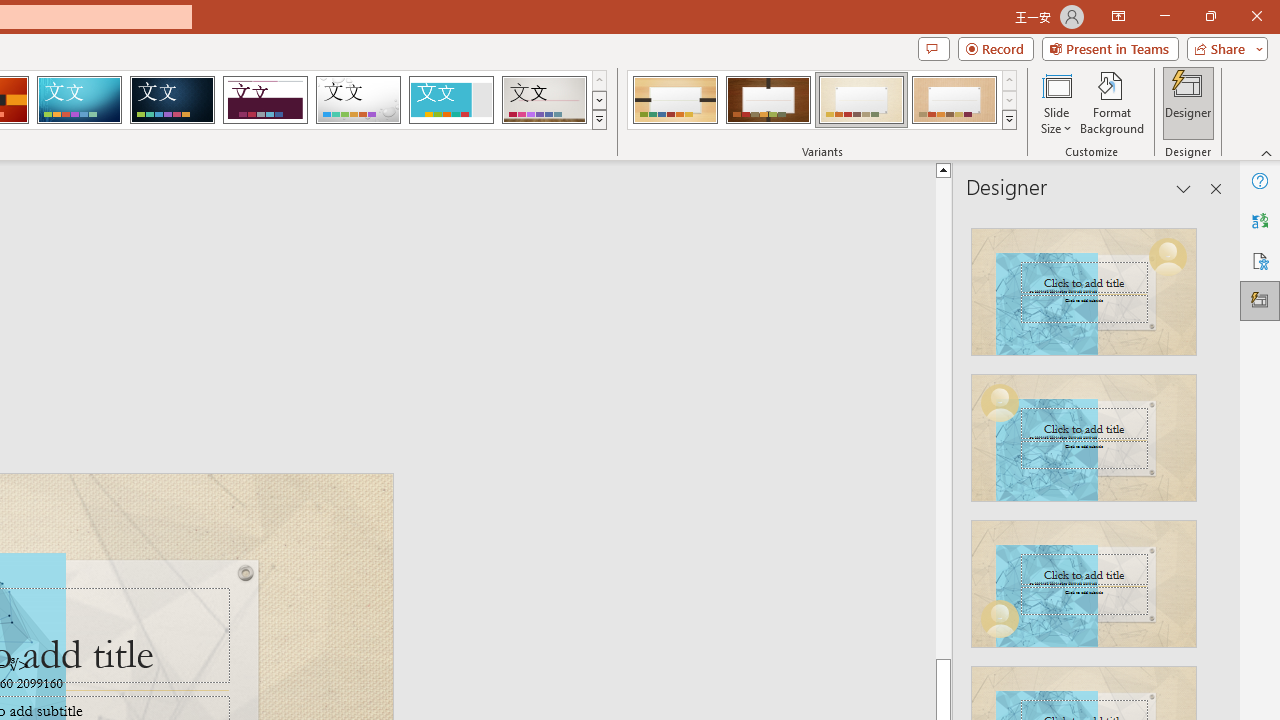 Image resolution: width=1280 pixels, height=720 pixels. Describe the element at coordinates (1111, 103) in the screenshot. I see `'Format Background'` at that location.